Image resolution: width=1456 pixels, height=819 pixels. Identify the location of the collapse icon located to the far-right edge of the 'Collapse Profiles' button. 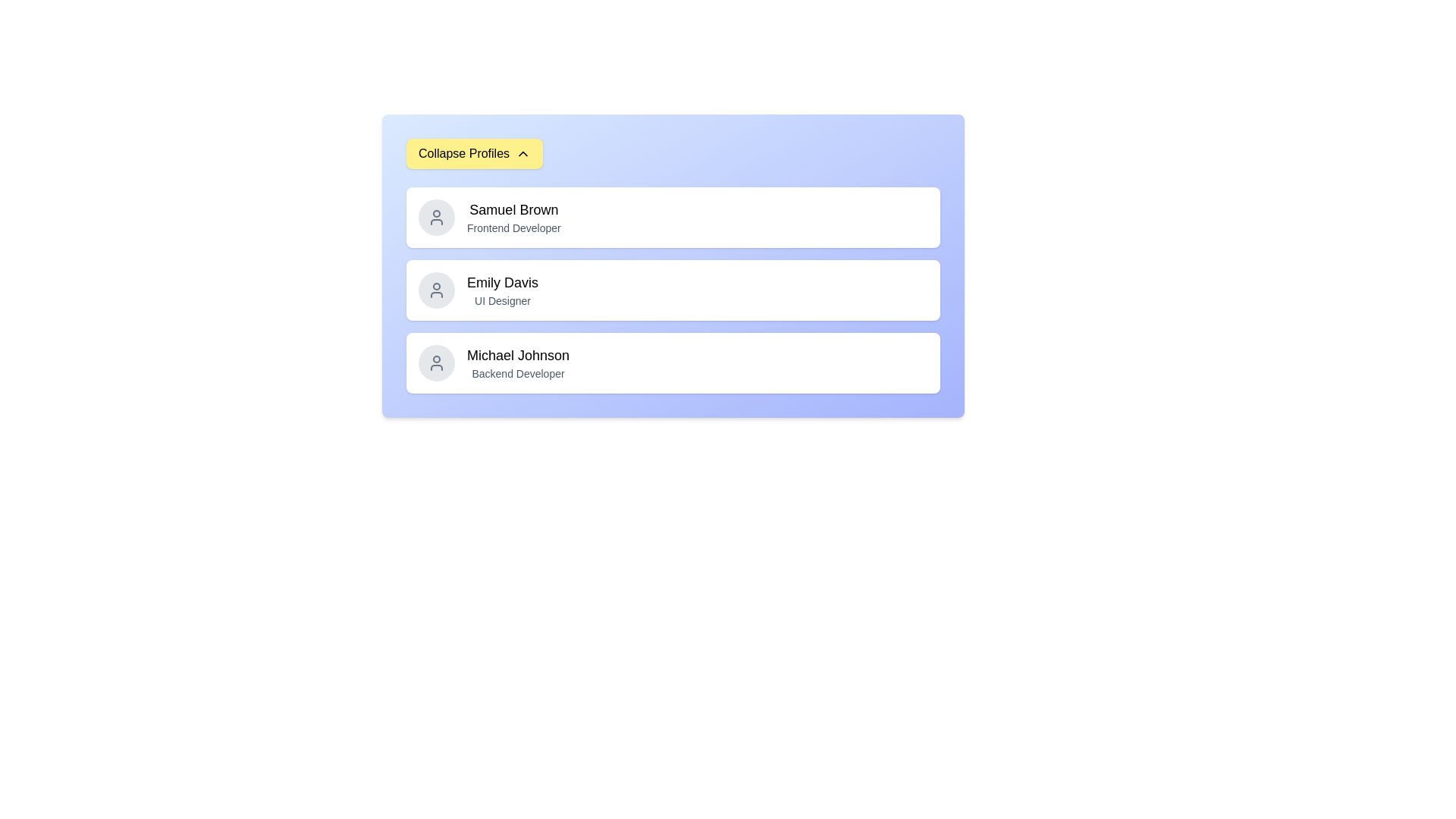
(523, 154).